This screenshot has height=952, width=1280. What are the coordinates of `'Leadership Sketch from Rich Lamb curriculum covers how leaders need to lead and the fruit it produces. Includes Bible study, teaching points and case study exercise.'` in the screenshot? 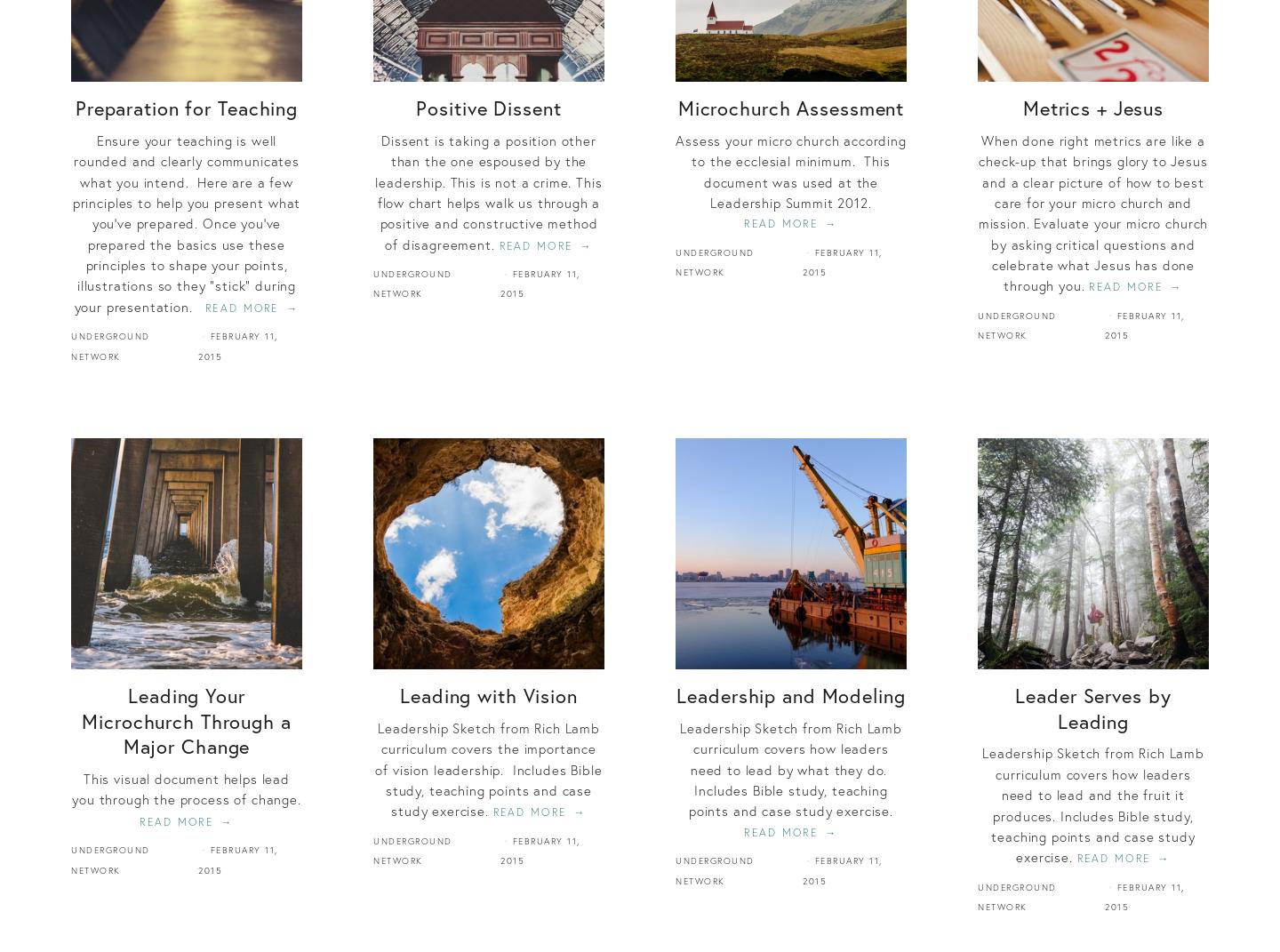 It's located at (1092, 804).